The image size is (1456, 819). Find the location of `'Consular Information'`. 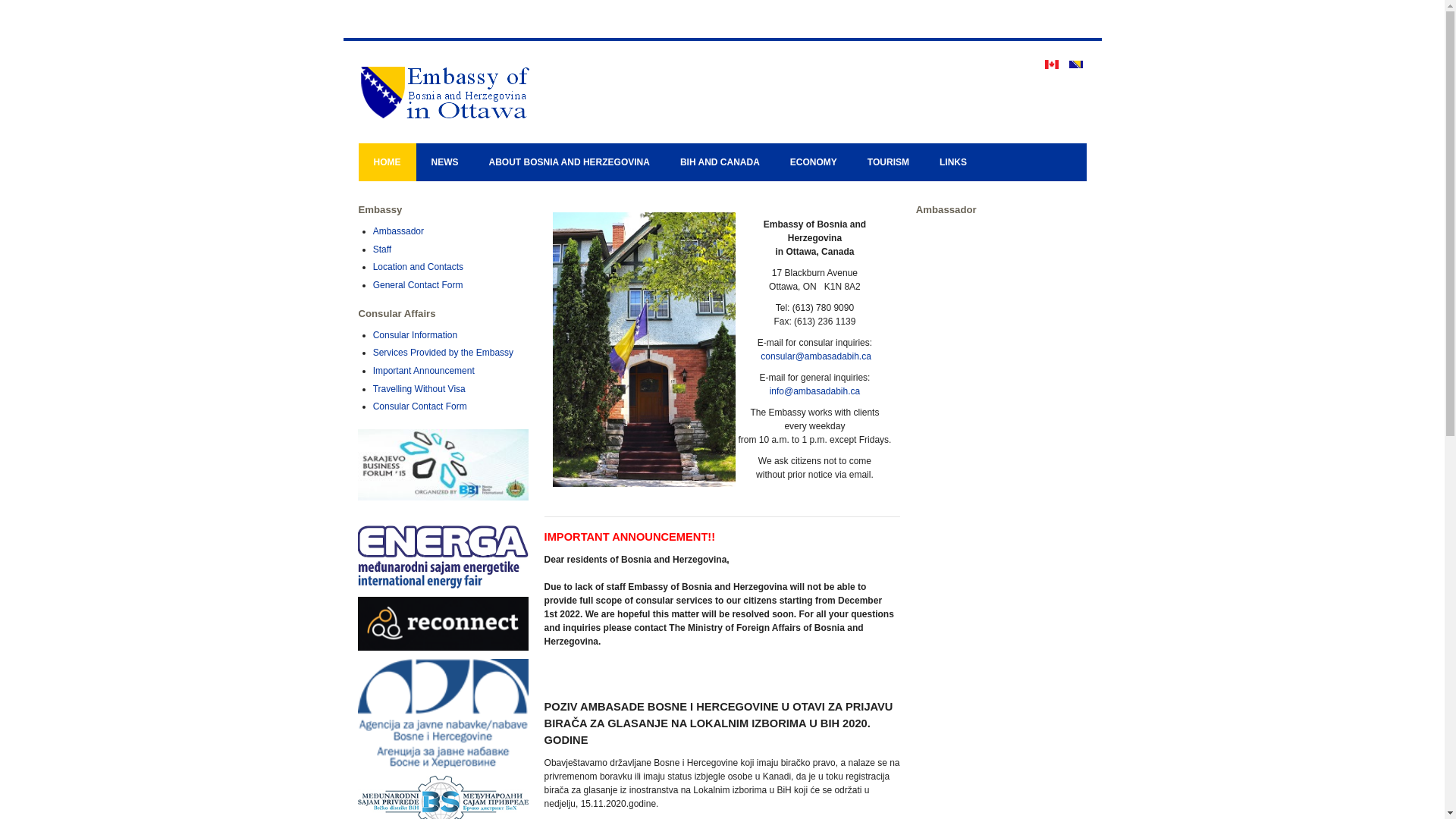

'Consular Information' is located at coordinates (415, 334).